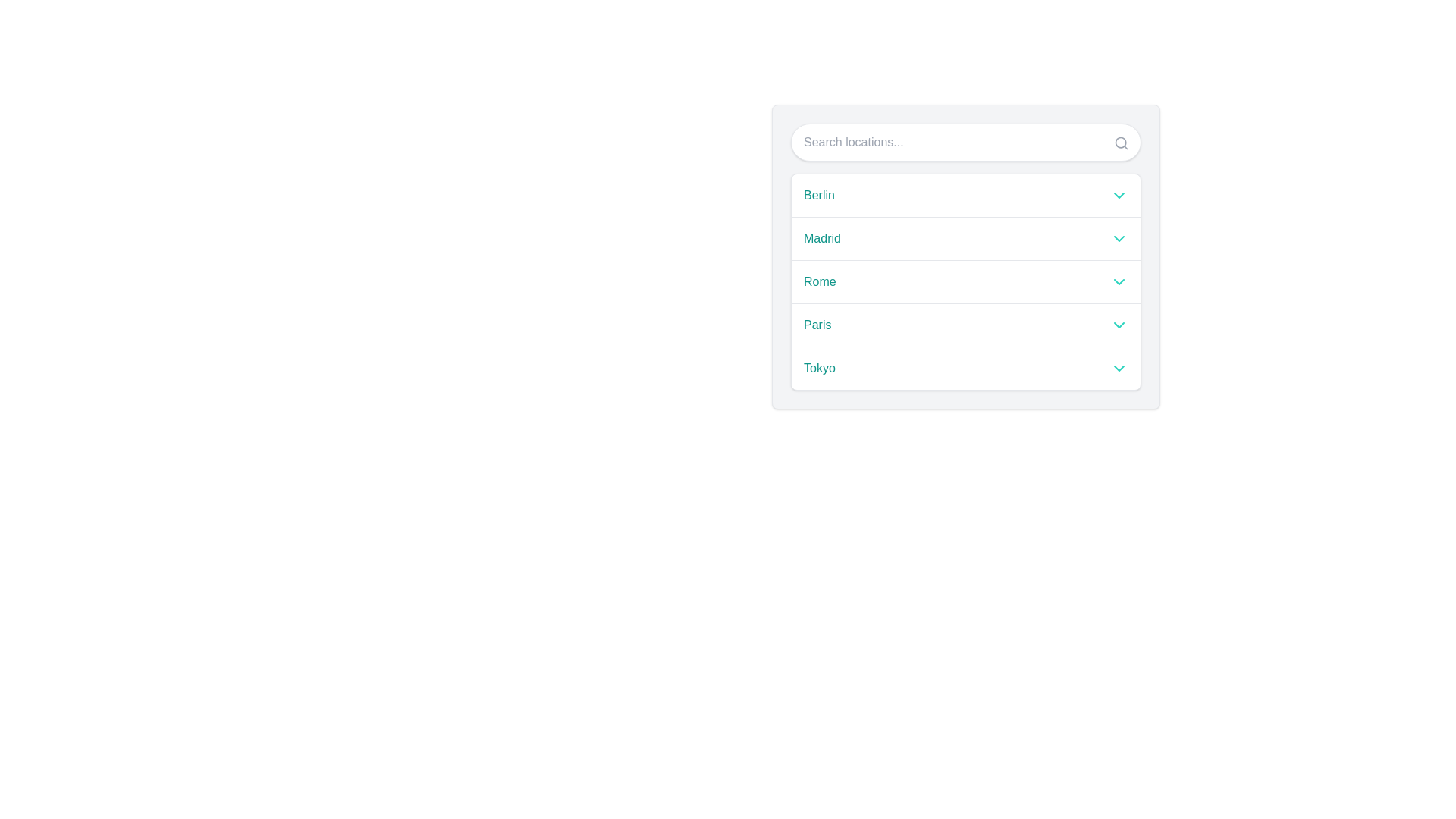 Image resolution: width=1456 pixels, height=819 pixels. I want to click on the static text label displaying the word 'Paris', which is styled with medium font weight and a teal color, and is part of a selectable row aligned on the left side, so click(817, 324).